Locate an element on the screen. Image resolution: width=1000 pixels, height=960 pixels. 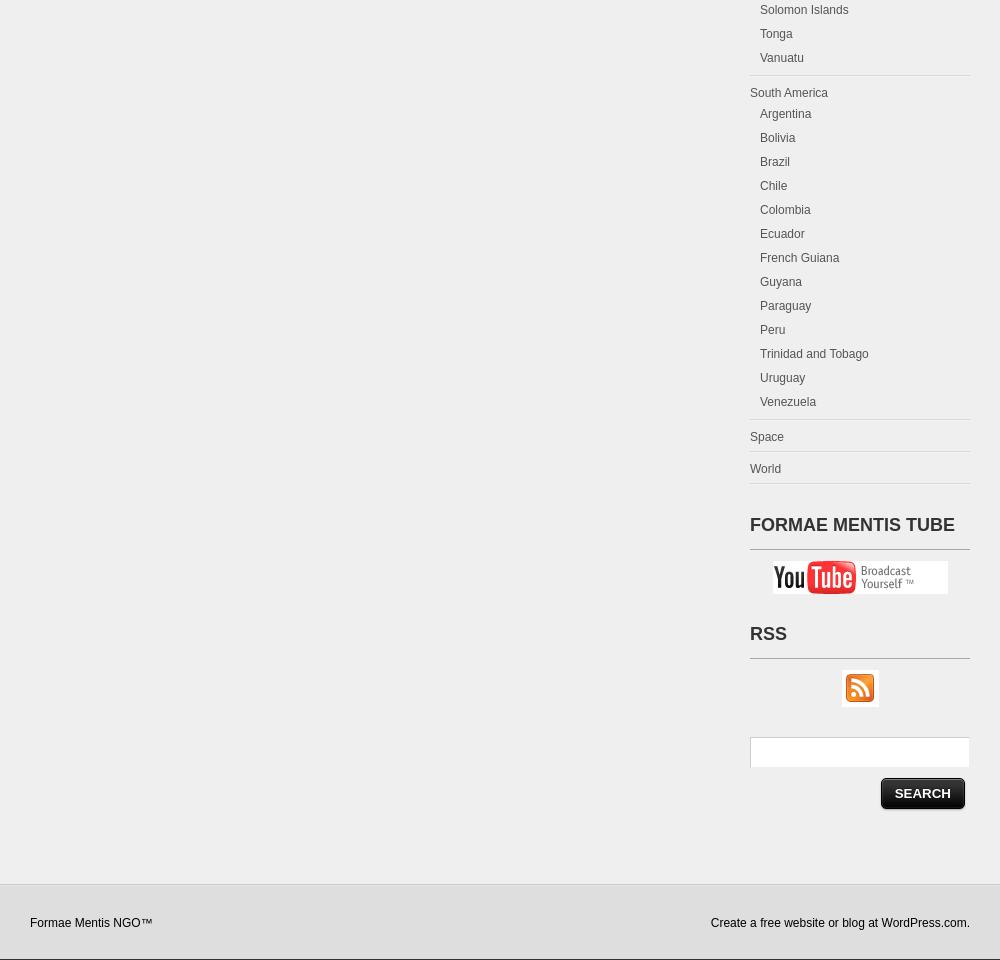
'World' is located at coordinates (765, 468).